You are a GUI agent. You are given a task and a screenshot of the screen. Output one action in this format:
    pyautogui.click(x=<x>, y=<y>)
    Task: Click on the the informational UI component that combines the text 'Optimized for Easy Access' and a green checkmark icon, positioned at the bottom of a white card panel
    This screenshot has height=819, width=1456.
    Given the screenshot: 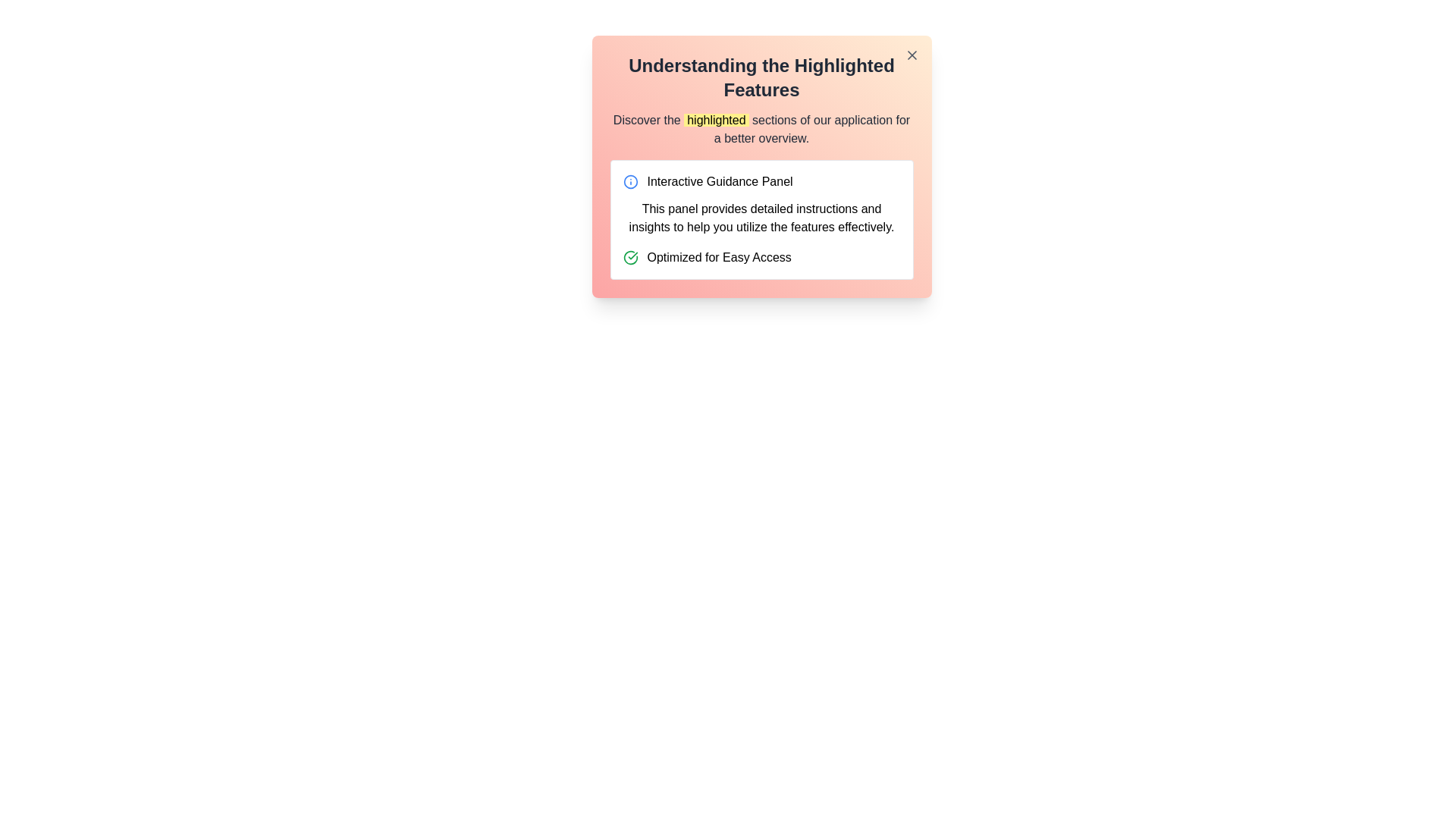 What is the action you would take?
    pyautogui.click(x=761, y=256)
    